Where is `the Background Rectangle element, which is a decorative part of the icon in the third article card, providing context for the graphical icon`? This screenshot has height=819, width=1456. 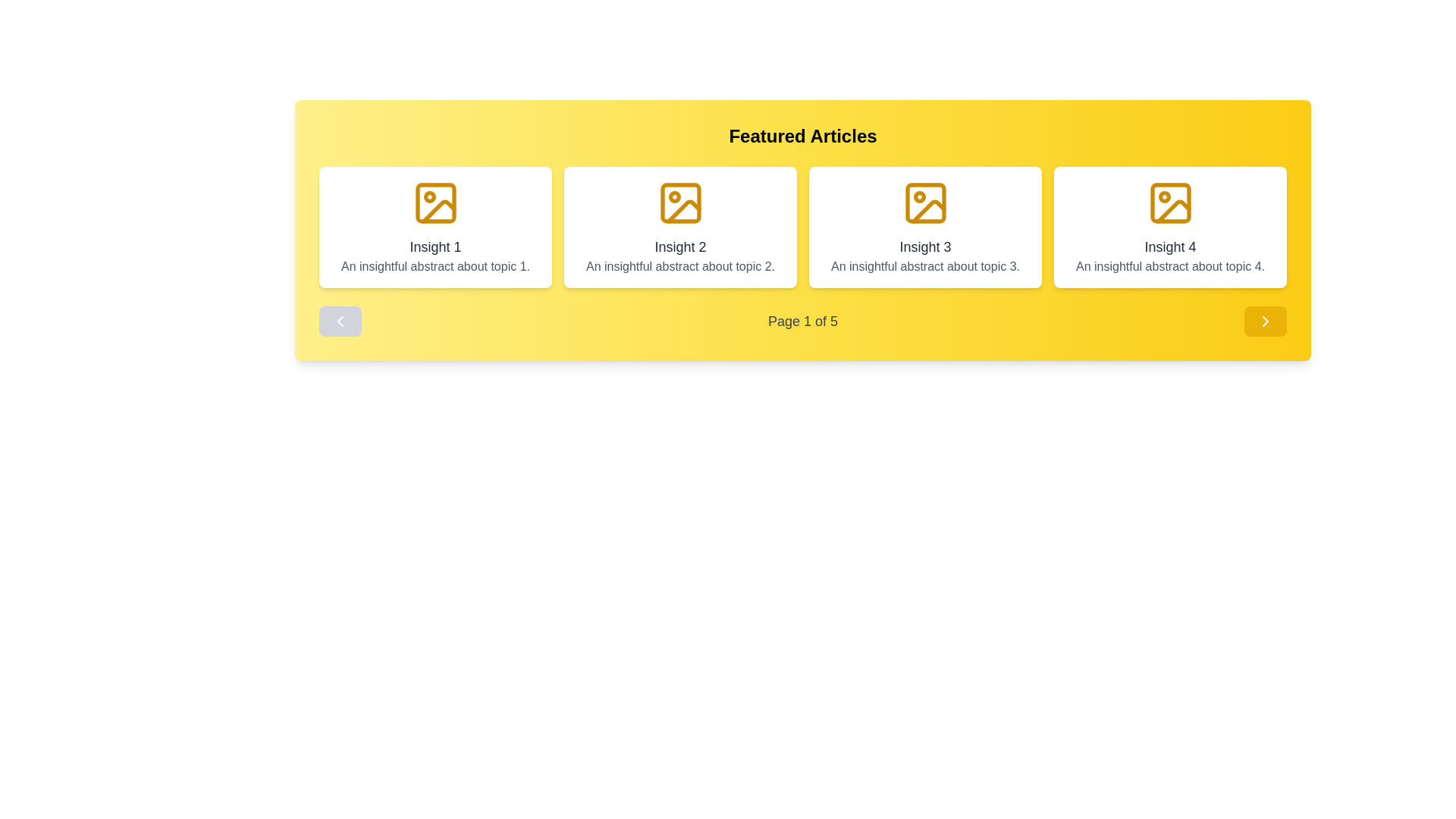 the Background Rectangle element, which is a decorative part of the icon in the third article card, providing context for the graphical icon is located at coordinates (924, 202).